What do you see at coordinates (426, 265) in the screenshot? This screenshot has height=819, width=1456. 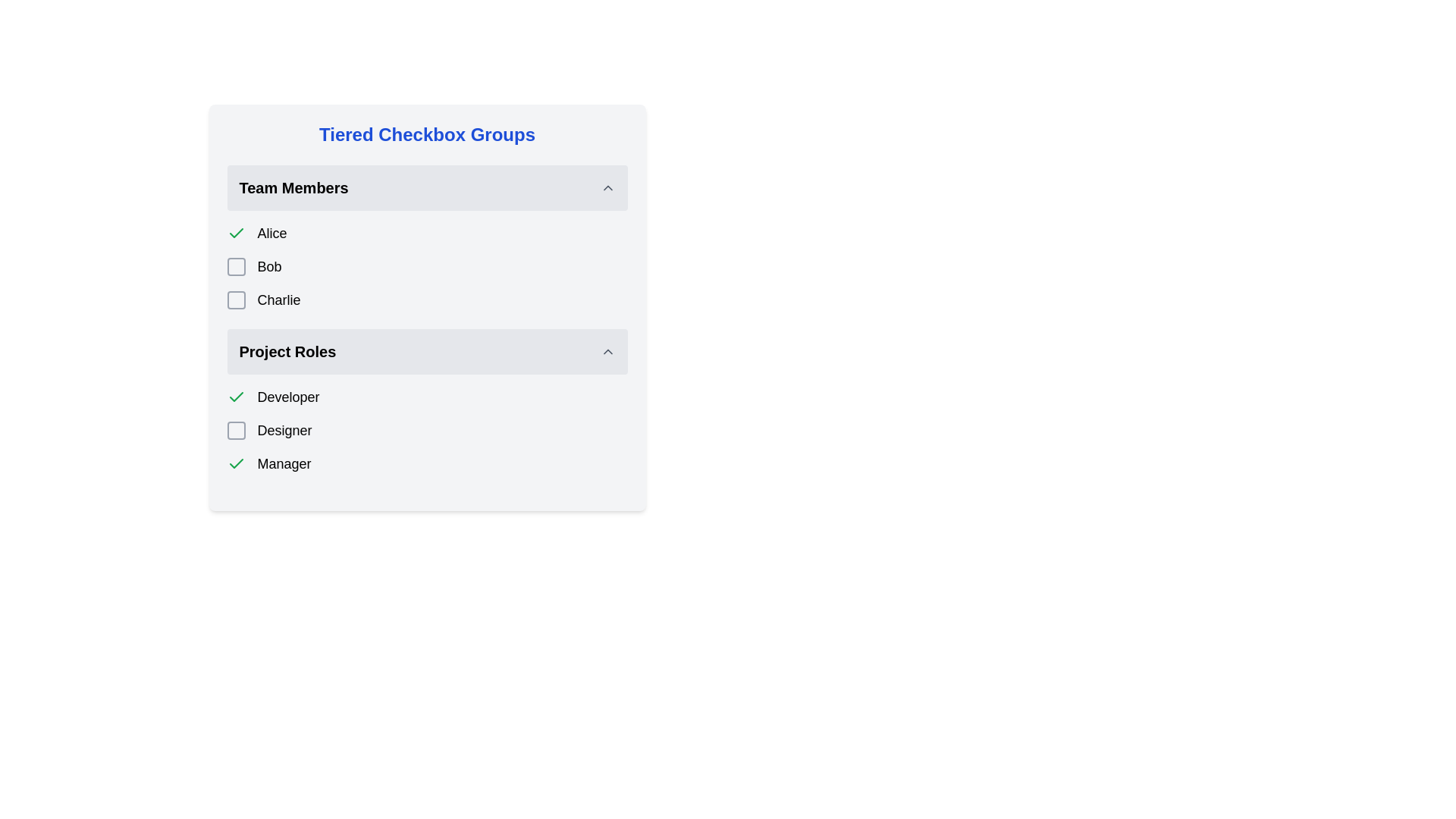 I see `the 'Bob' checkbox` at bounding box center [426, 265].